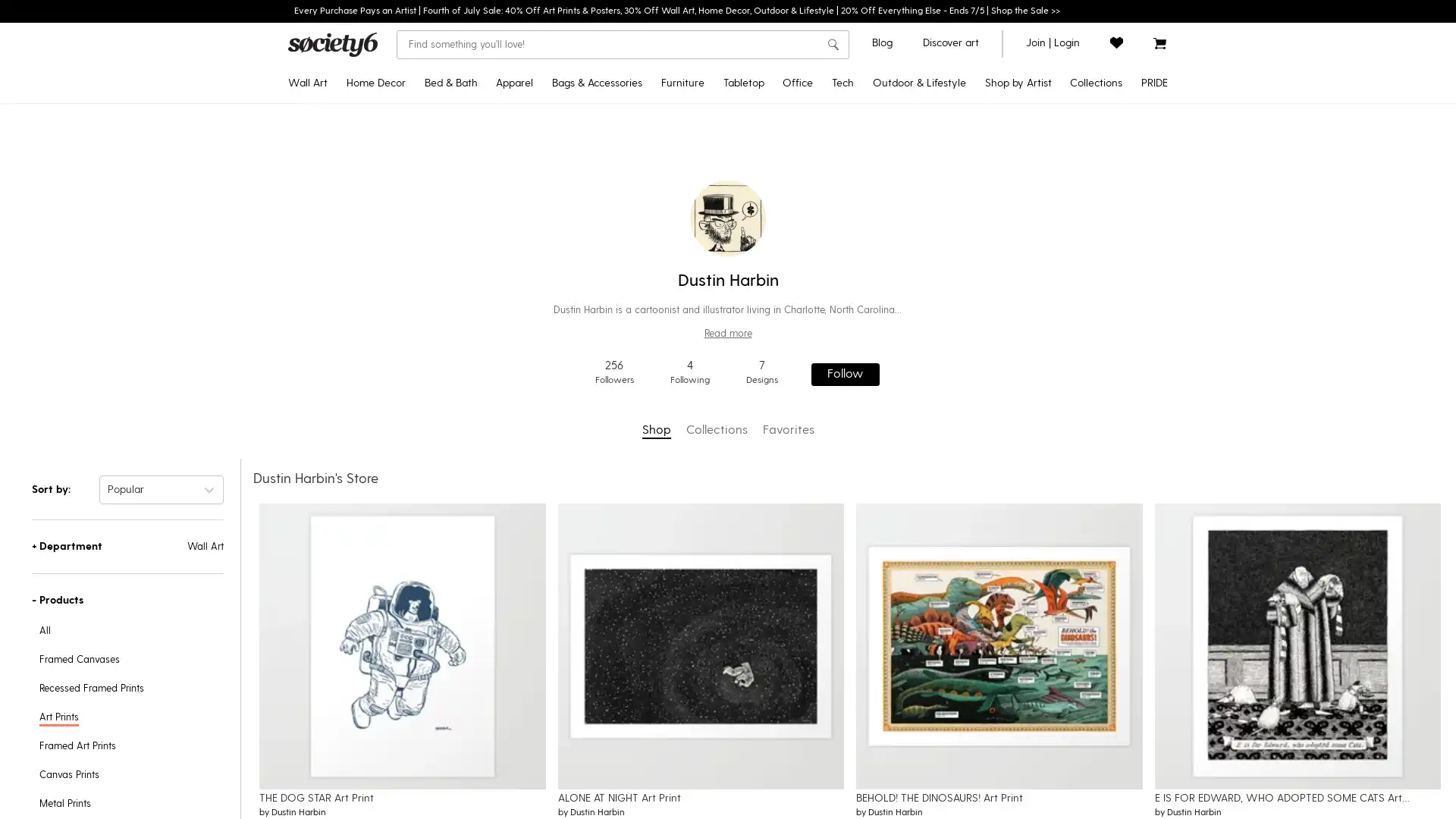 The height and width of the screenshot is (819, 1456). I want to click on iPhone Wallet Cases, so click(896, 170).